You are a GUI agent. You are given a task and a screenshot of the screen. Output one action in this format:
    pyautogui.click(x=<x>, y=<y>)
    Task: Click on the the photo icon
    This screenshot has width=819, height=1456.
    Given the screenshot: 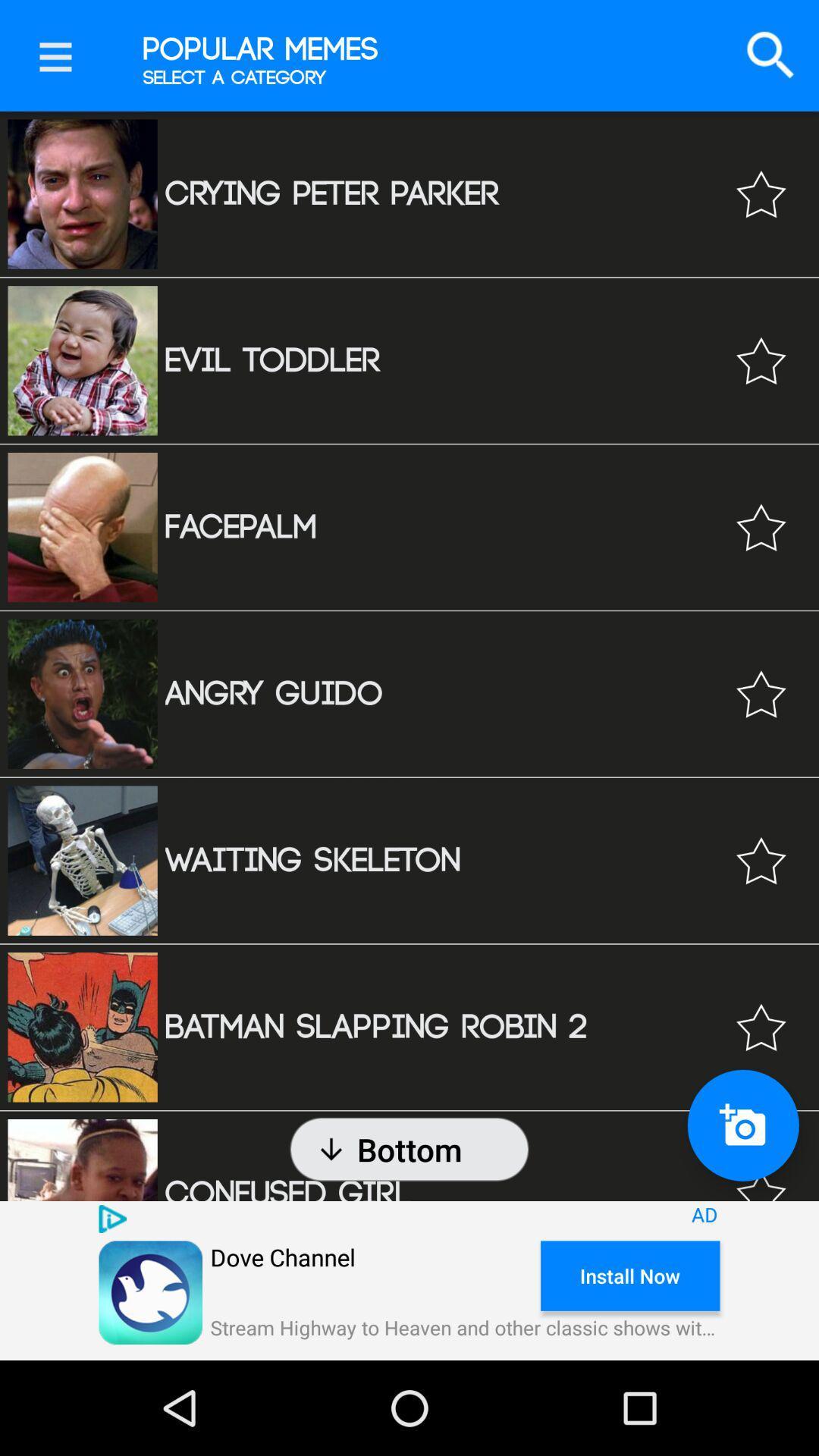 What is the action you would take?
    pyautogui.click(x=742, y=1125)
    